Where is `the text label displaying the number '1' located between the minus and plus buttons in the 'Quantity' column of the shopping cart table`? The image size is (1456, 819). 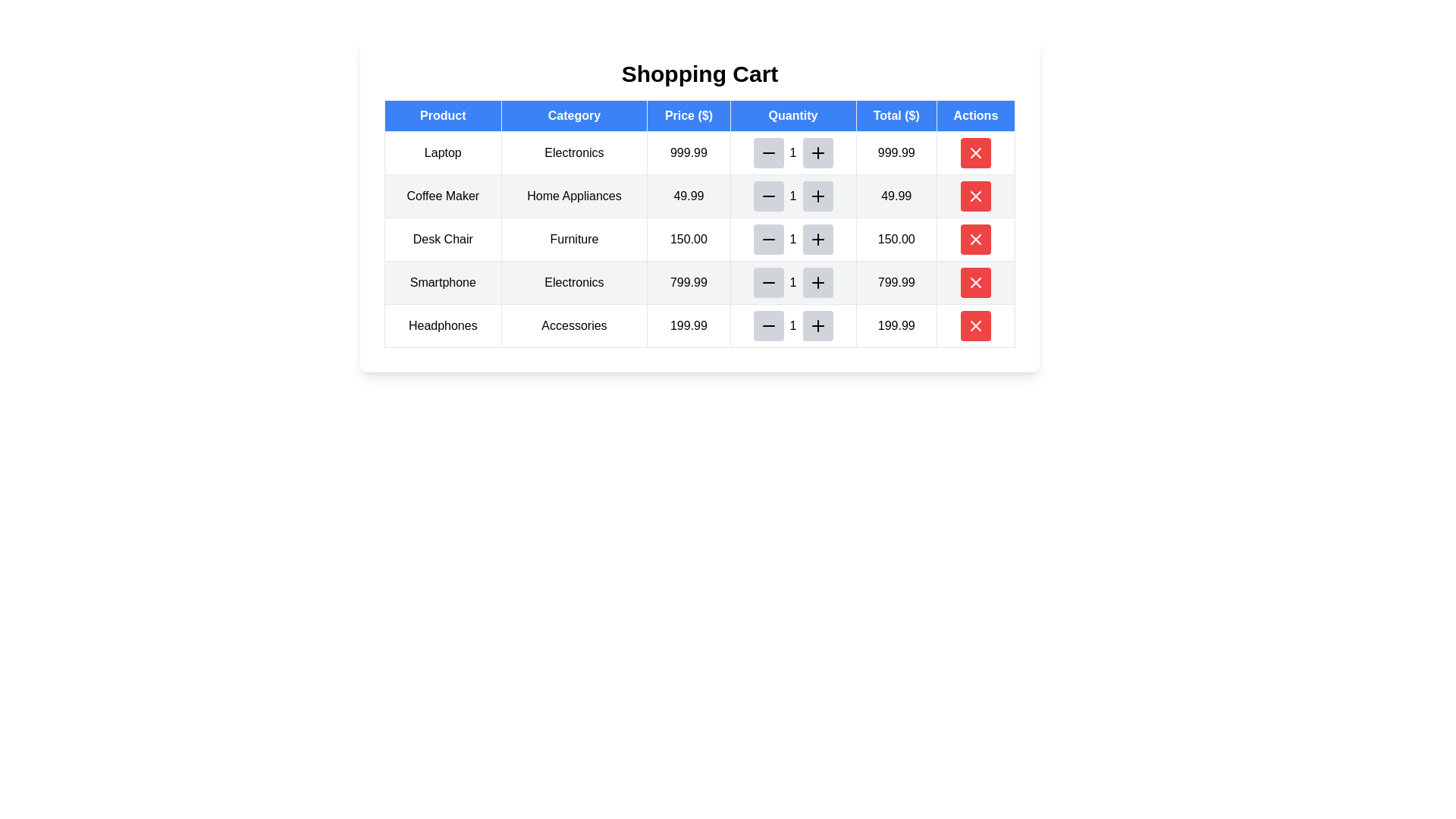
the text label displaying the number '1' located between the minus and plus buttons in the 'Quantity' column of the shopping cart table is located at coordinates (792, 152).